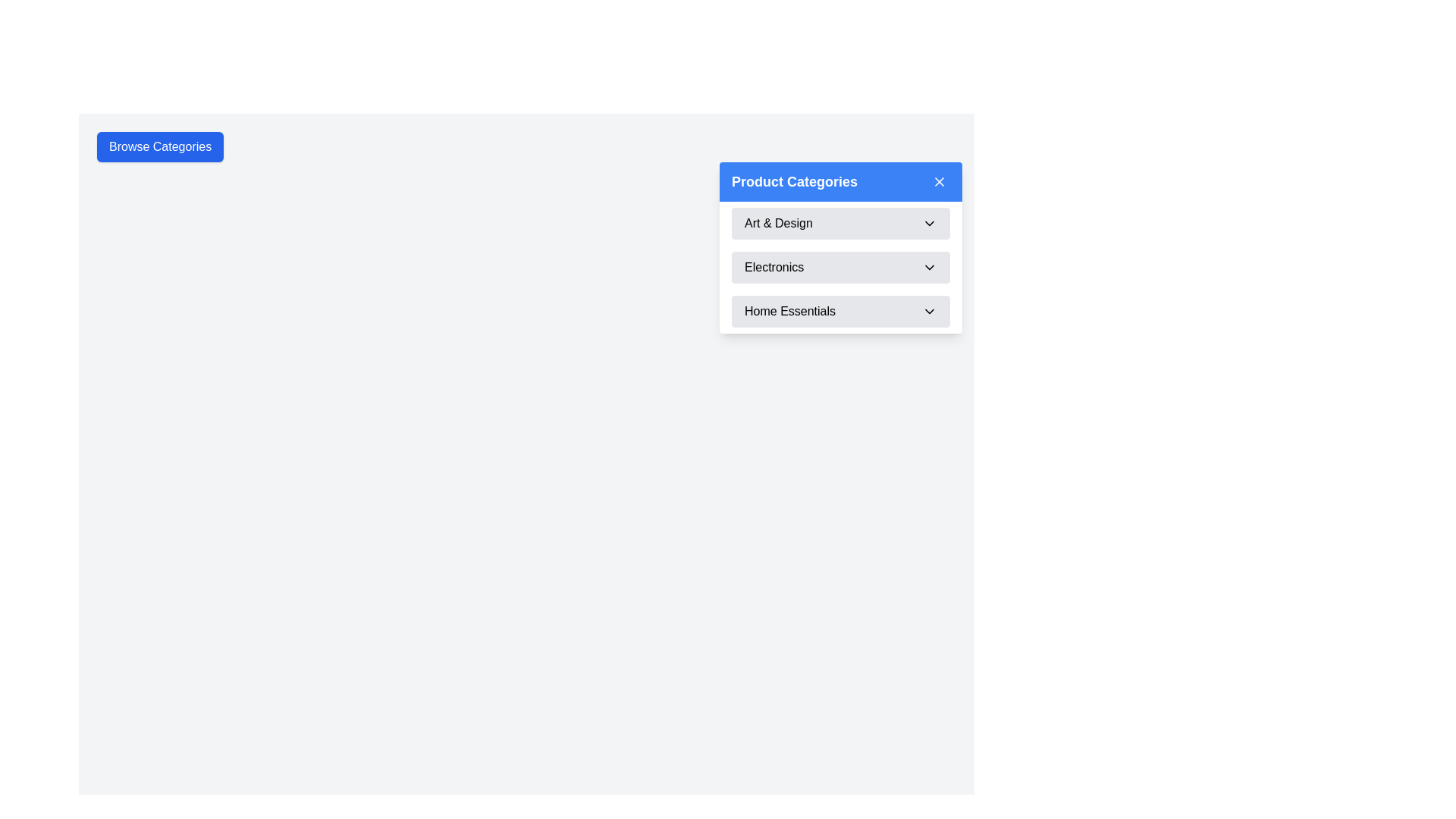 Image resolution: width=1456 pixels, height=819 pixels. Describe the element at coordinates (938, 180) in the screenshot. I see `the close icon located in the top-right corner of the blue header section of the 'Product Categories' card` at that location.